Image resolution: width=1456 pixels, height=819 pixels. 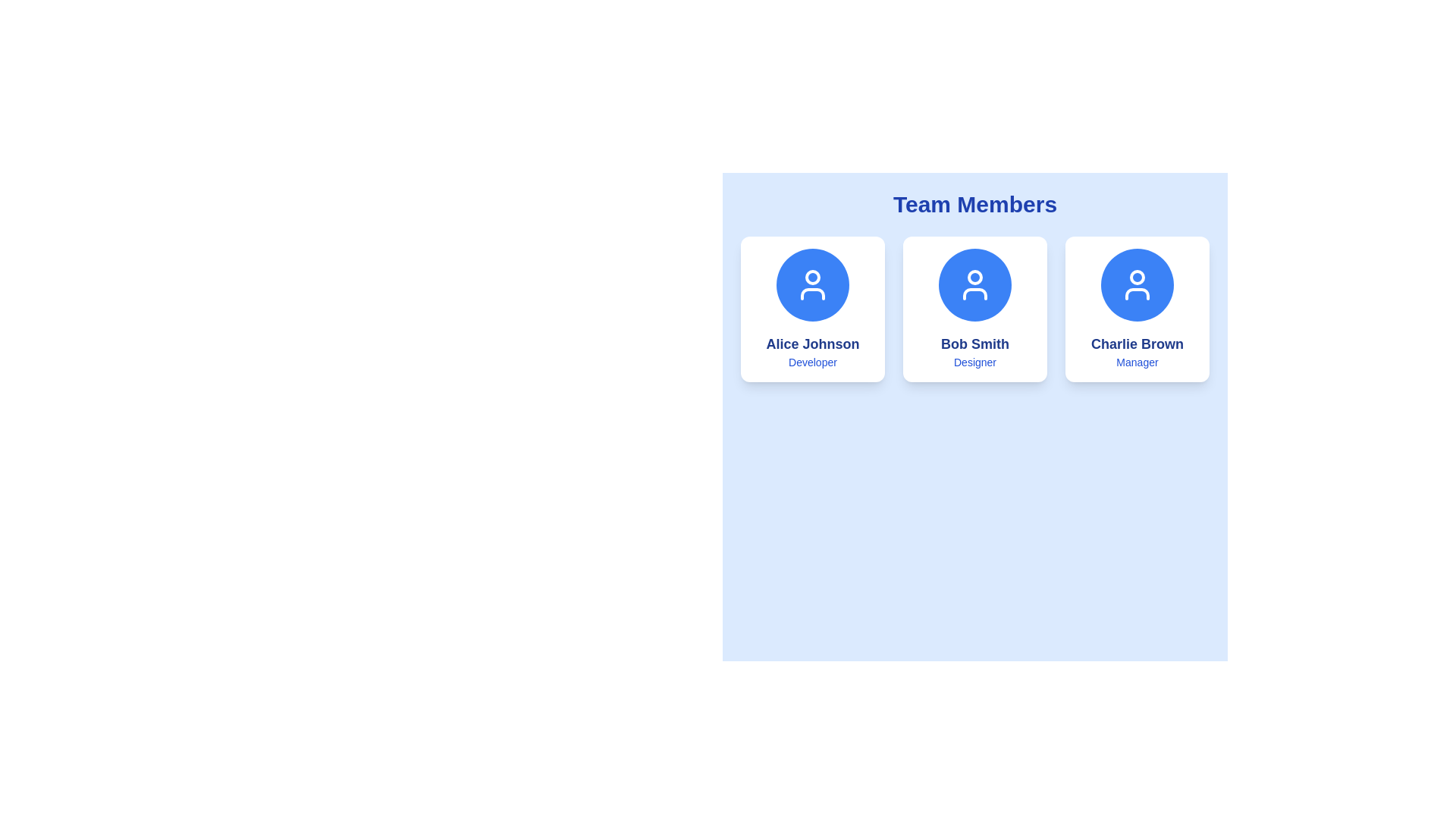 What do you see at coordinates (811, 278) in the screenshot?
I see `the solid blue SVG Circle icon located within the upper part of the user avatar for 'Alice Johnson' in the 'Team Members' section` at bounding box center [811, 278].